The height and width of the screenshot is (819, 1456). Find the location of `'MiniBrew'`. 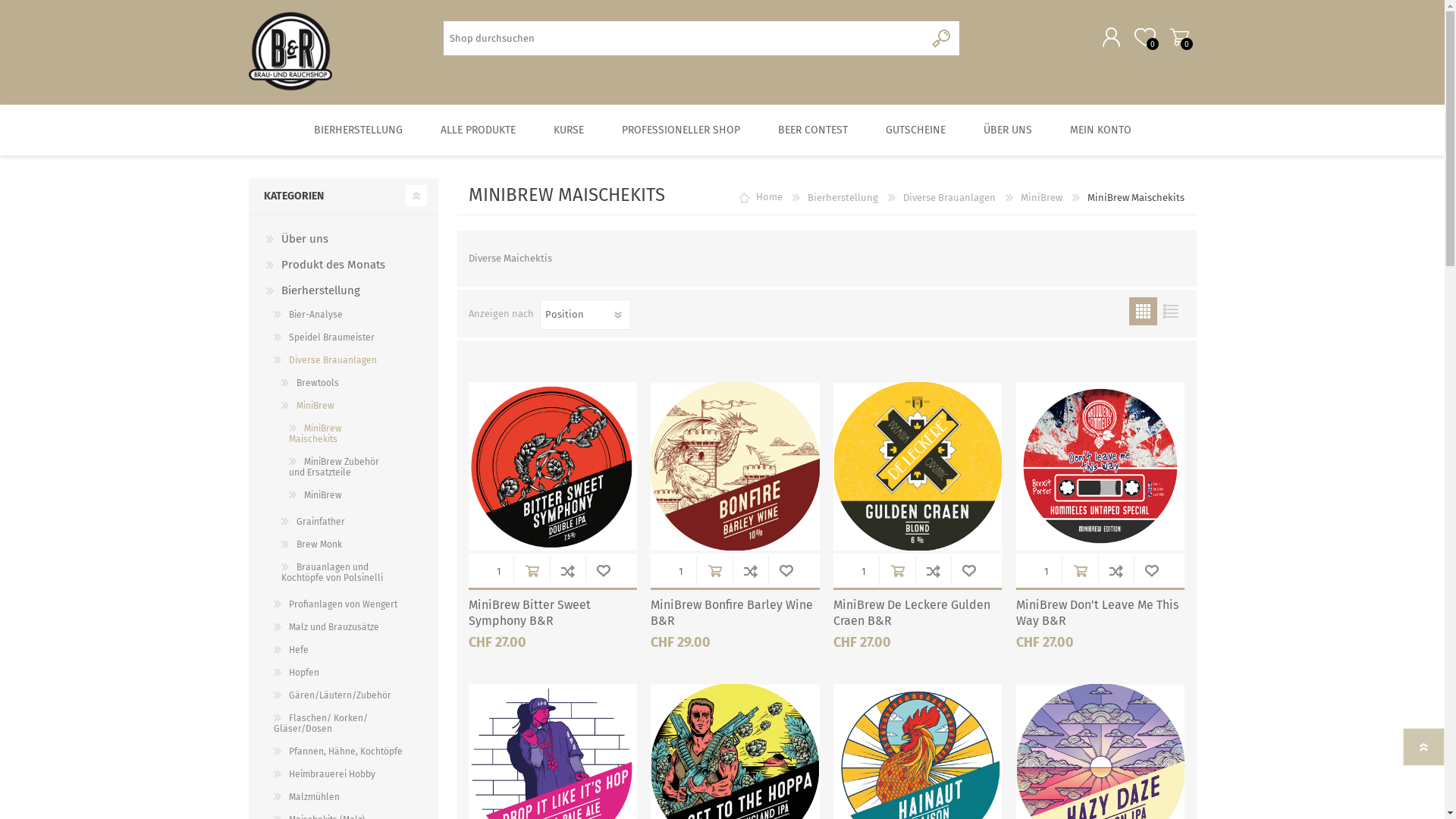

'MiniBrew' is located at coordinates (1040, 196).